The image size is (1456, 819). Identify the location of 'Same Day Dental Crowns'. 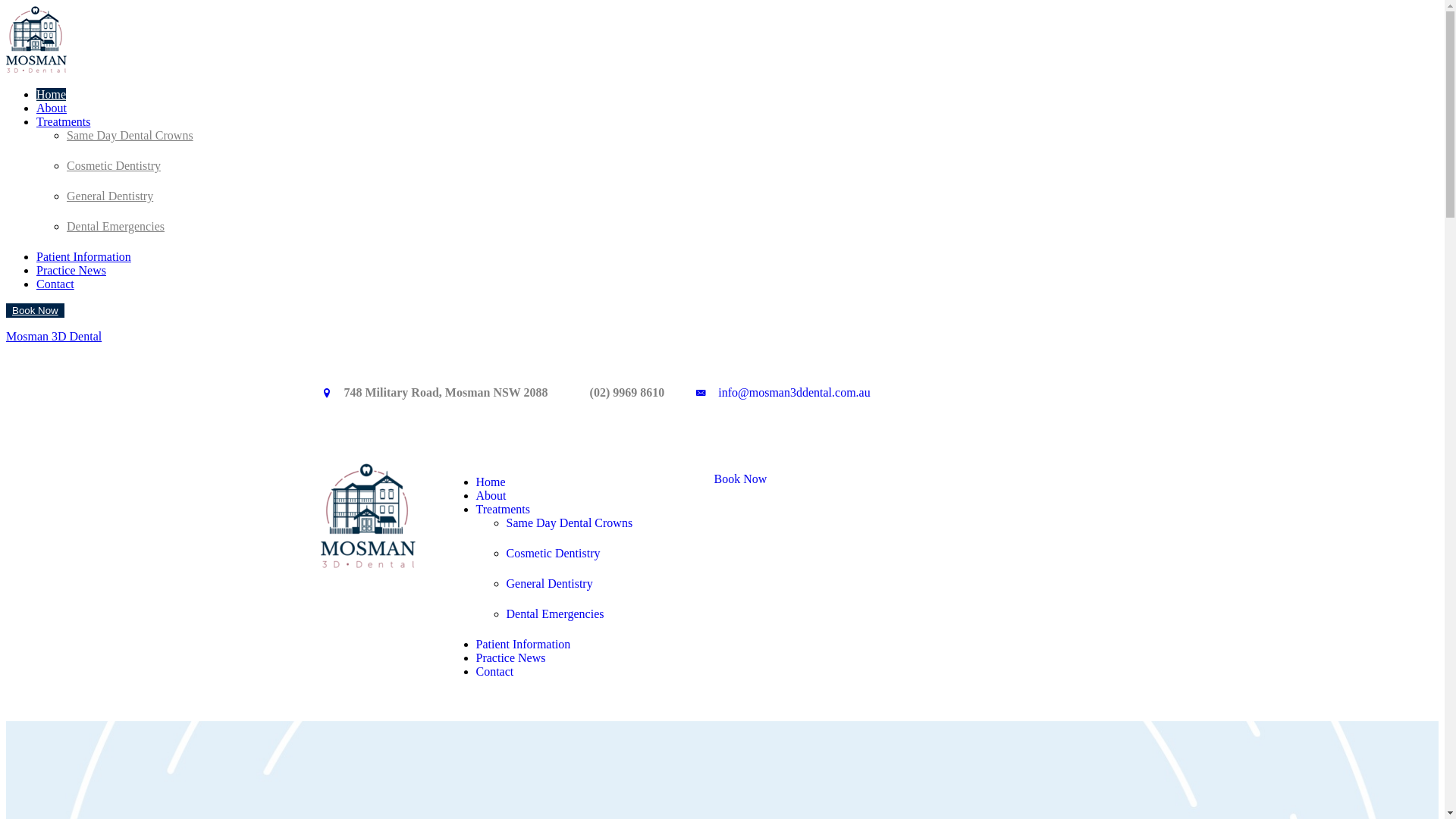
(569, 517).